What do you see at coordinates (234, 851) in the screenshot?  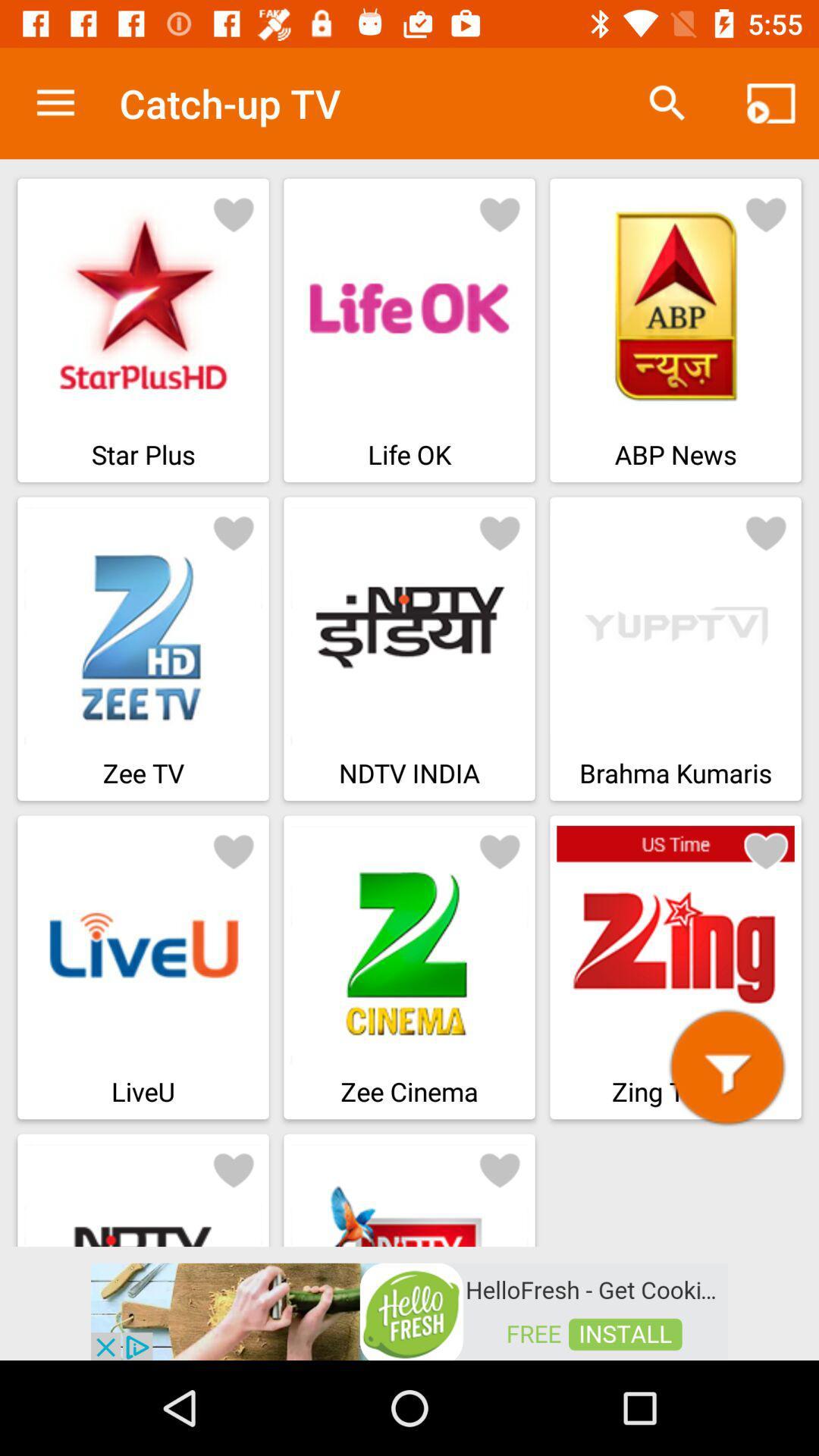 I see `heart button for liveu` at bounding box center [234, 851].